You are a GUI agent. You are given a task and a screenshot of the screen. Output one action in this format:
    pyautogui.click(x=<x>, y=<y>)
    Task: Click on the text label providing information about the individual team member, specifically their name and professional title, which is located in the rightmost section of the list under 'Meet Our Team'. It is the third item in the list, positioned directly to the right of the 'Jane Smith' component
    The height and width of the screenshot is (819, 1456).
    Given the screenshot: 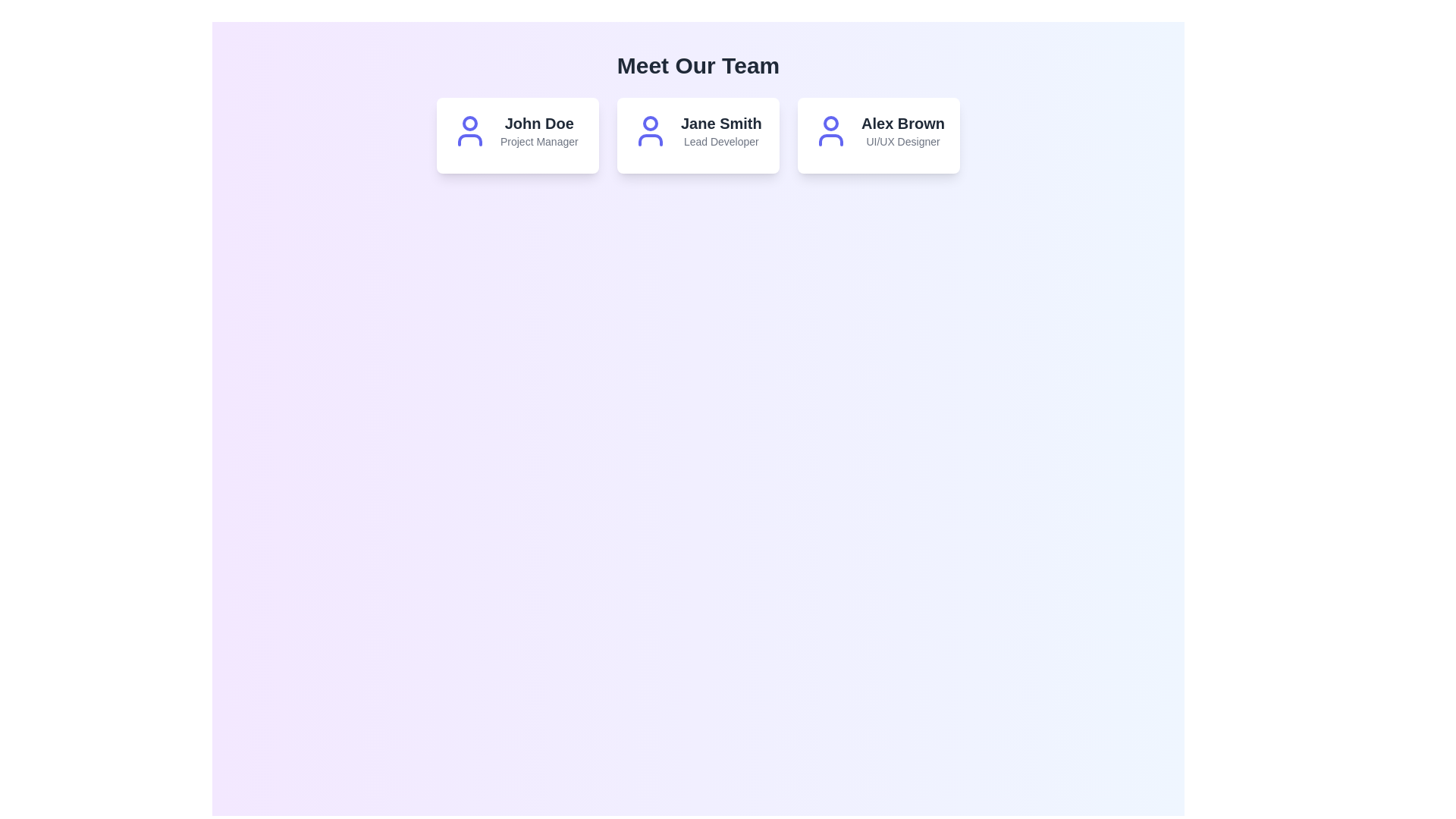 What is the action you would take?
    pyautogui.click(x=902, y=130)
    